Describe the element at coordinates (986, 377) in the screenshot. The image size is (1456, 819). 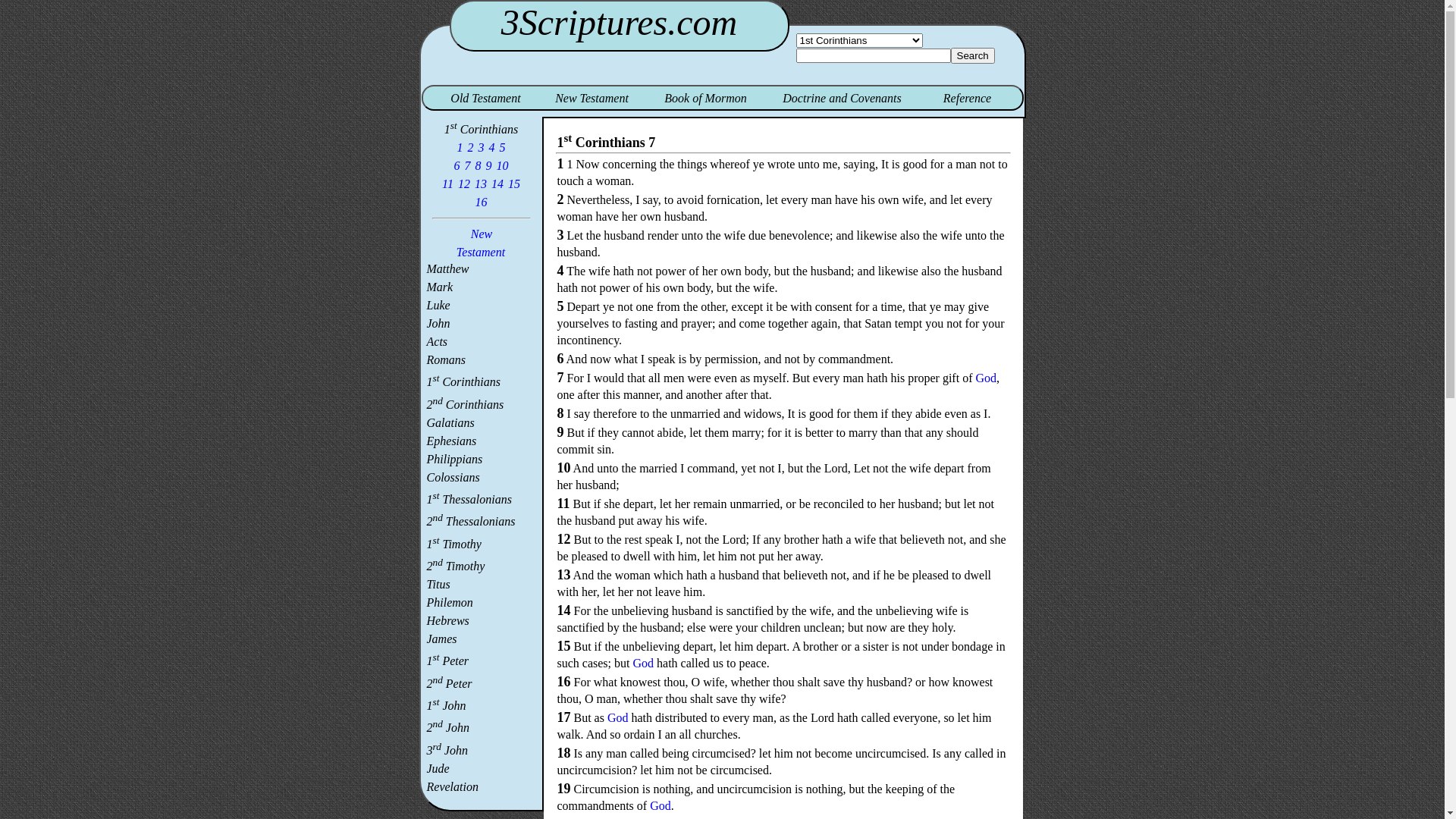
I see `'God'` at that location.